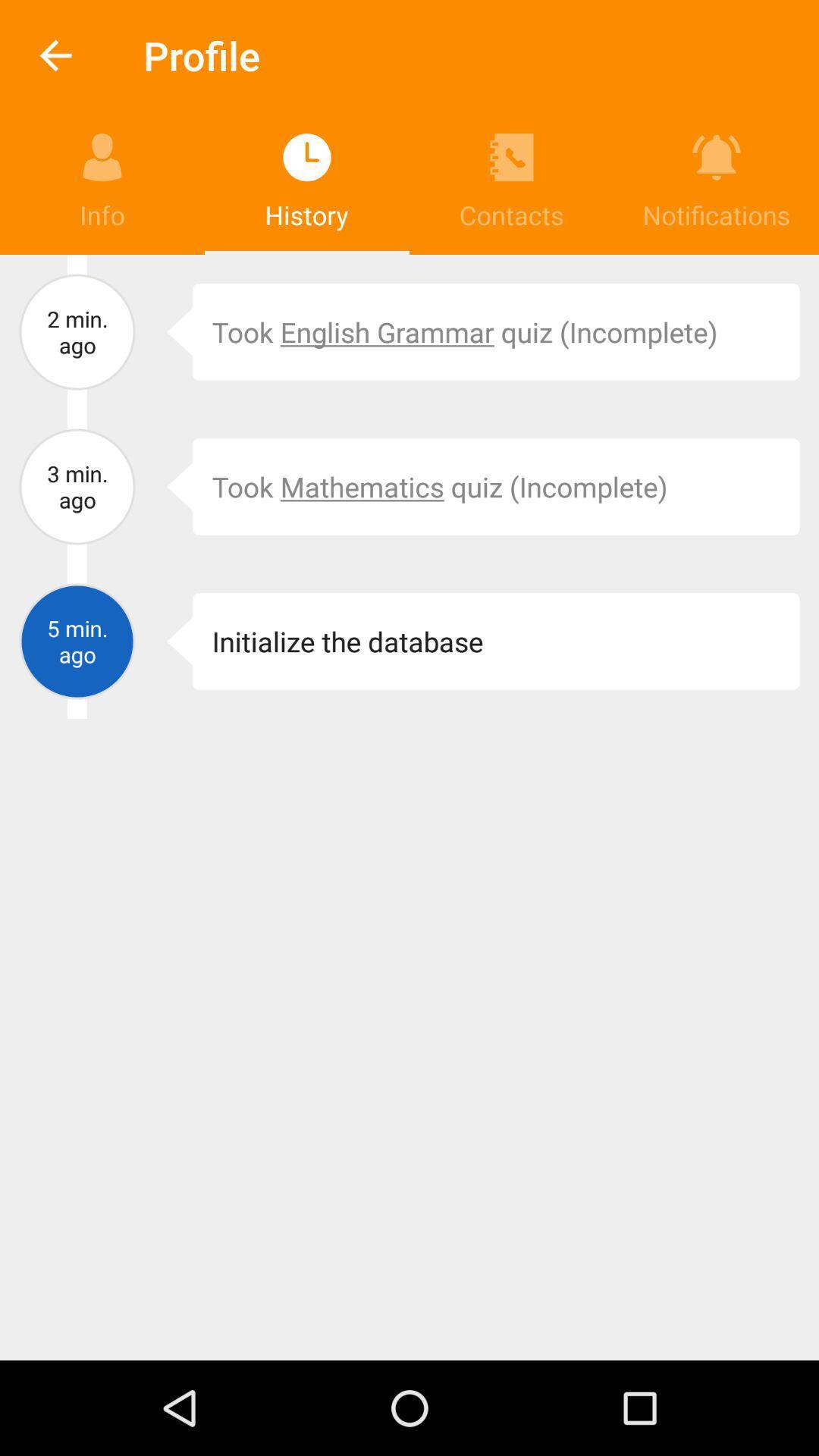  What do you see at coordinates (55, 55) in the screenshot?
I see `the icon to the left of the profile` at bounding box center [55, 55].